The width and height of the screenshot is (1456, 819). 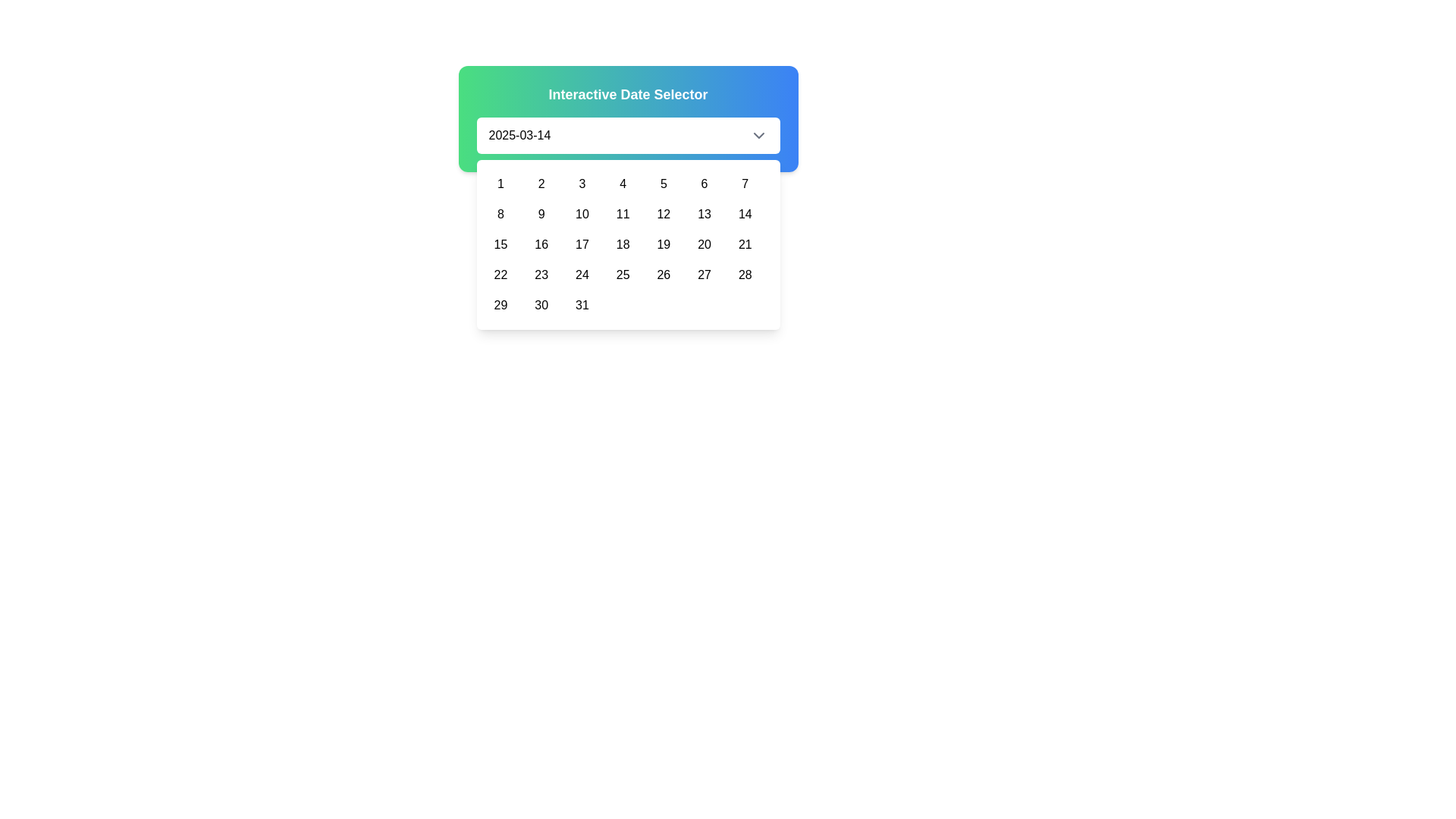 I want to click on the button displaying the number '17' in bold text within the calendar grid, so click(x=582, y=244).